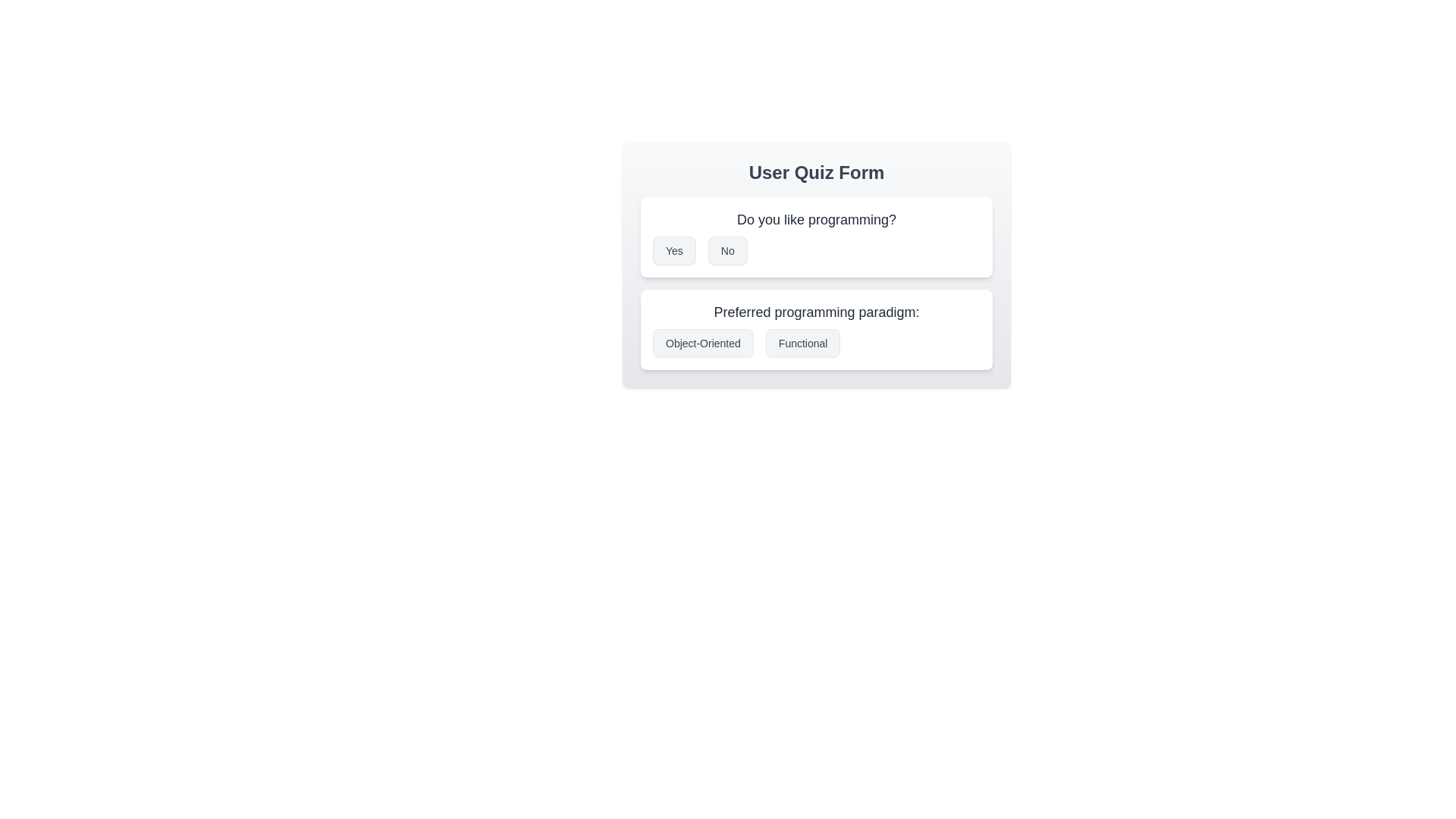  What do you see at coordinates (673, 250) in the screenshot?
I see `the 'Yes' button, which is a rectangular button with a rounded border and a subtle gradient, located beneath the question 'Do you like programming?'` at bounding box center [673, 250].